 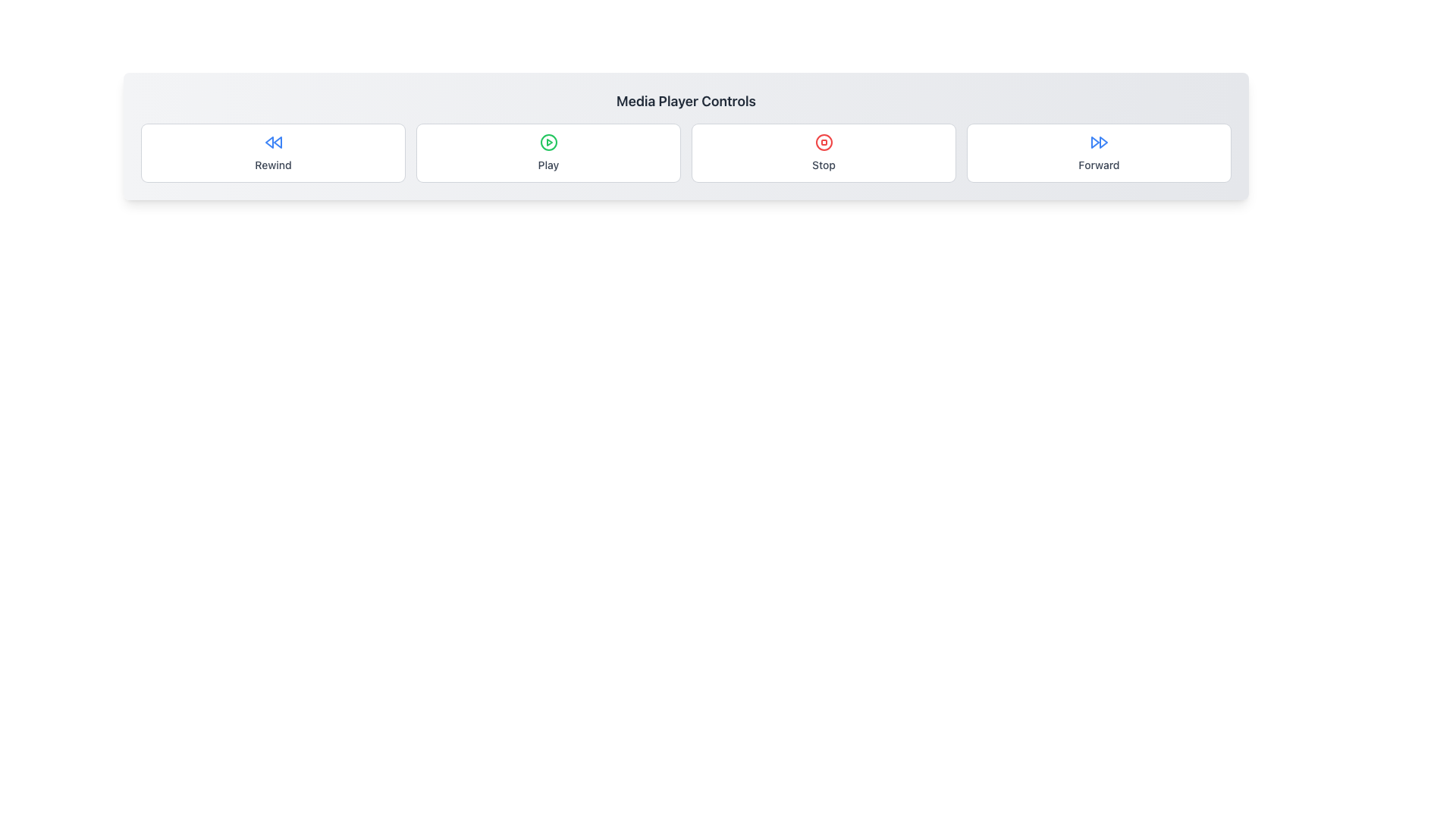 I want to click on the circular 'Stop' icon, which is centered within the media control labeled 'Stop' and has a solid border, so click(x=823, y=143).